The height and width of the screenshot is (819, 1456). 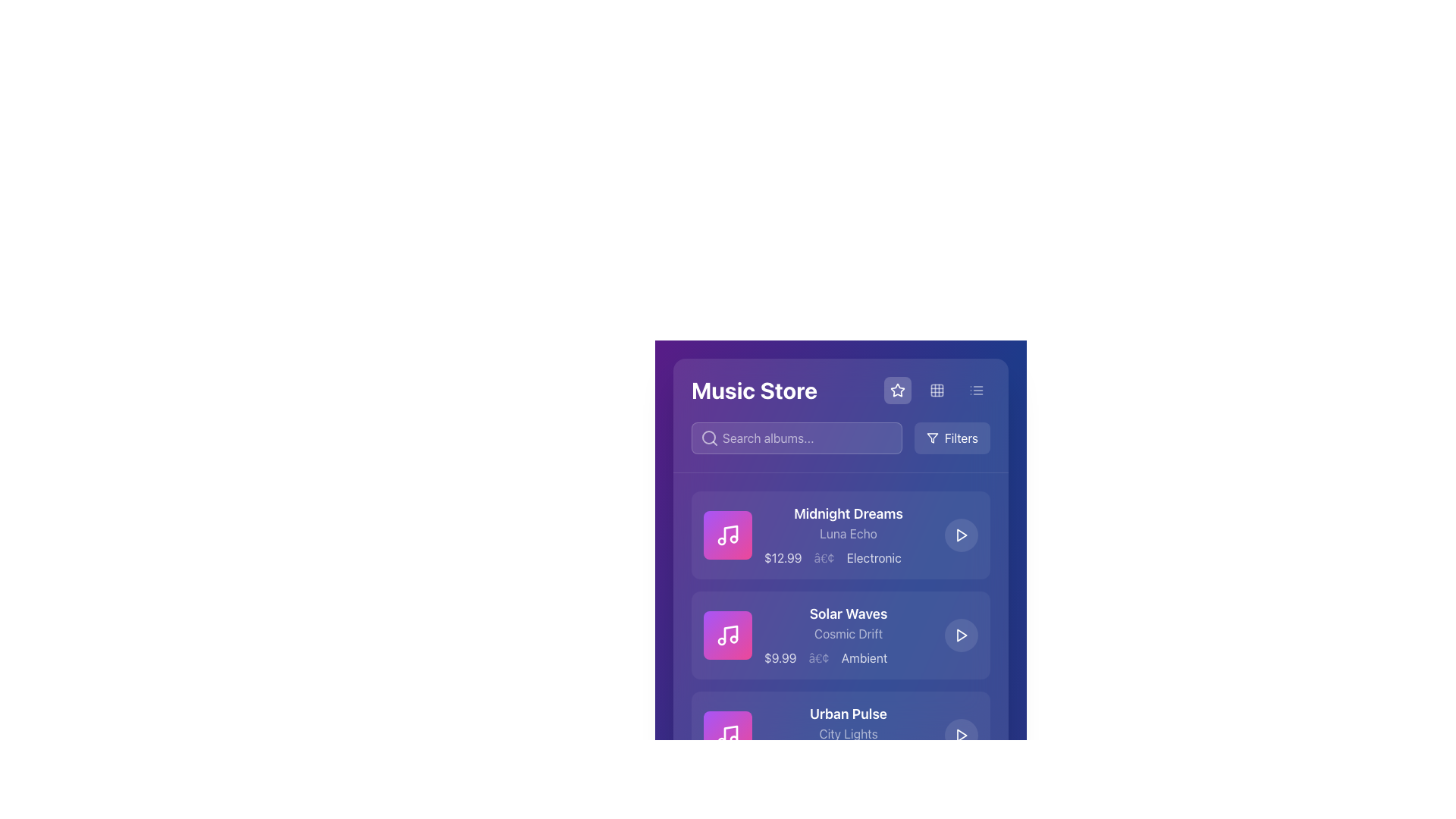 What do you see at coordinates (708, 438) in the screenshot?
I see `the central part of the search icon, which enhances the usability and recognizability of the search functionality, located within the search bar to the left of the 'Search albums...' placeholder text` at bounding box center [708, 438].